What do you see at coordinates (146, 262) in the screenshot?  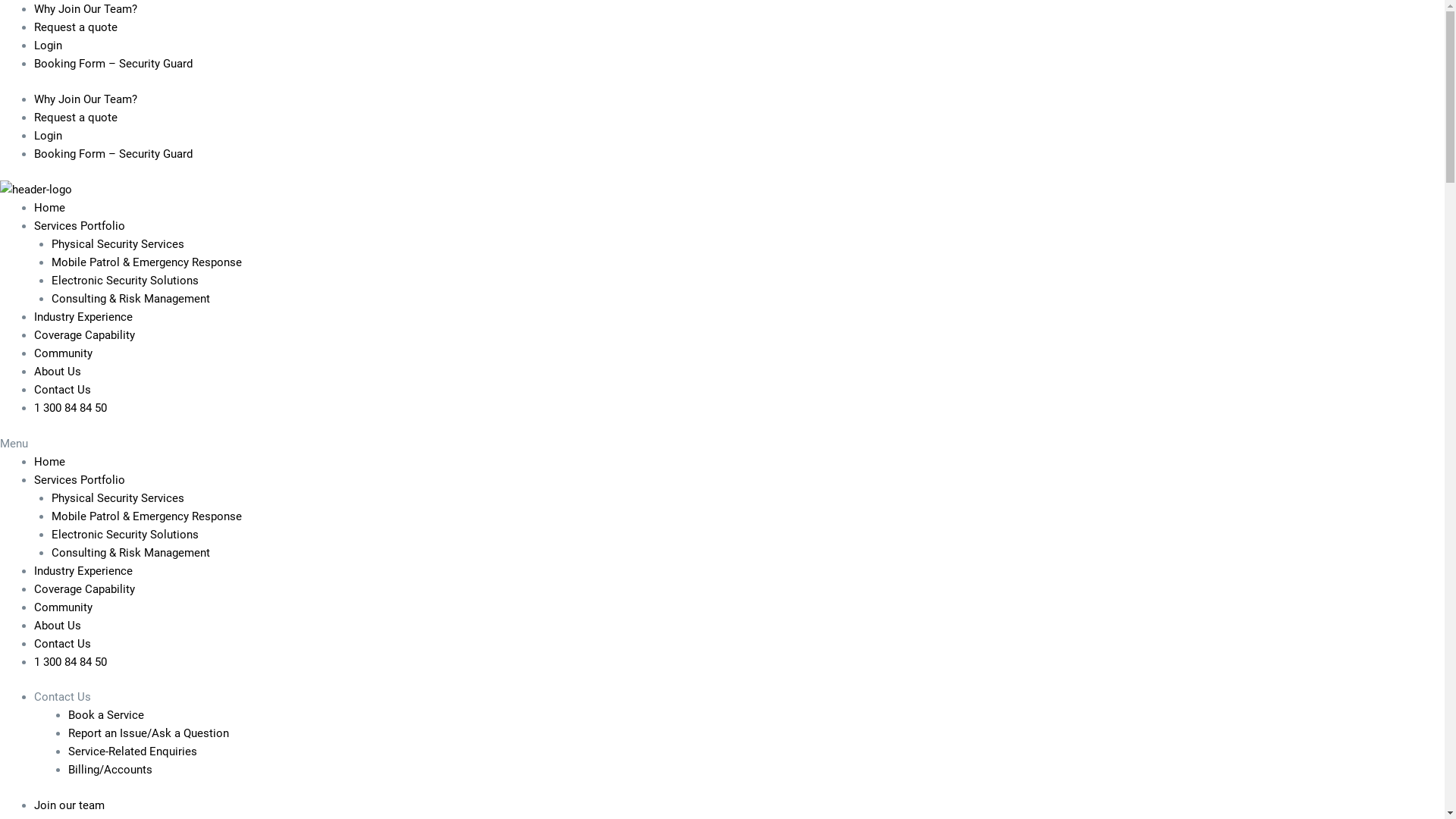 I see `'Mobile Patrol & Emergency Response'` at bounding box center [146, 262].